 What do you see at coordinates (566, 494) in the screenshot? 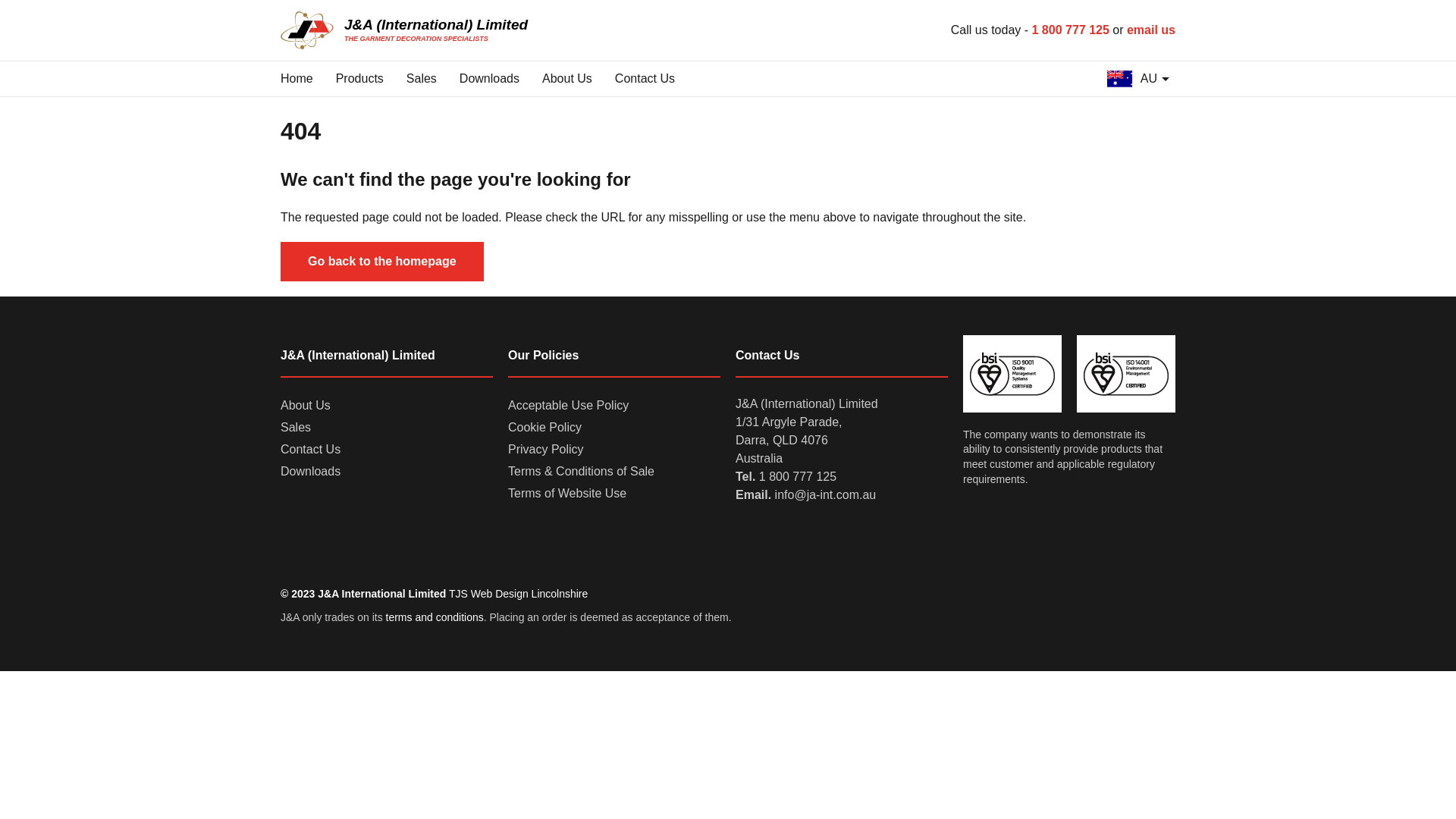
I see `'Terms of Website Use'` at bounding box center [566, 494].